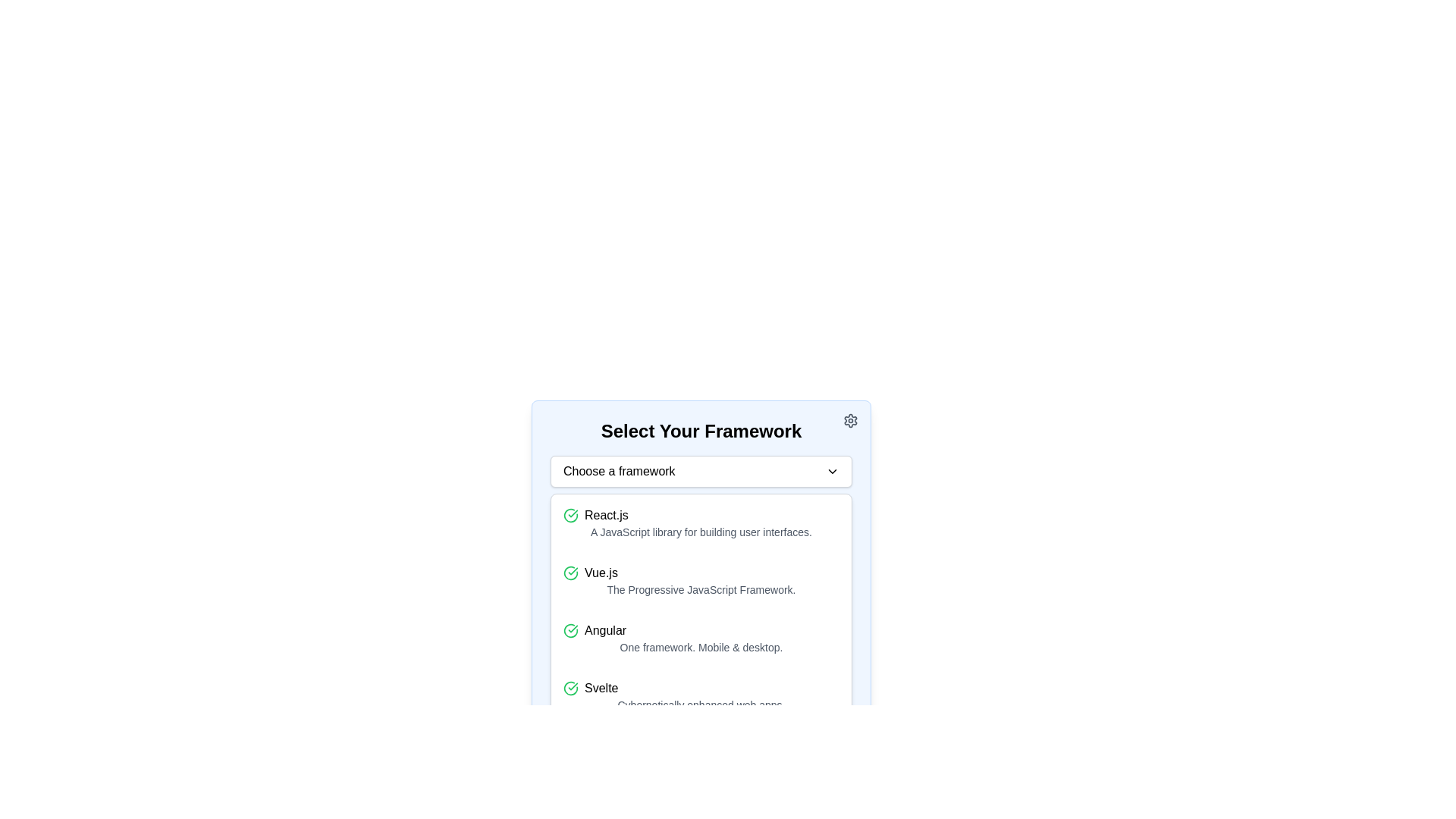 This screenshot has height=819, width=1456. Describe the element at coordinates (701, 431) in the screenshot. I see `the heading or title text for the framework selection section, located at the top of its containing card, above the 'Choose a framework' dropdown` at that location.